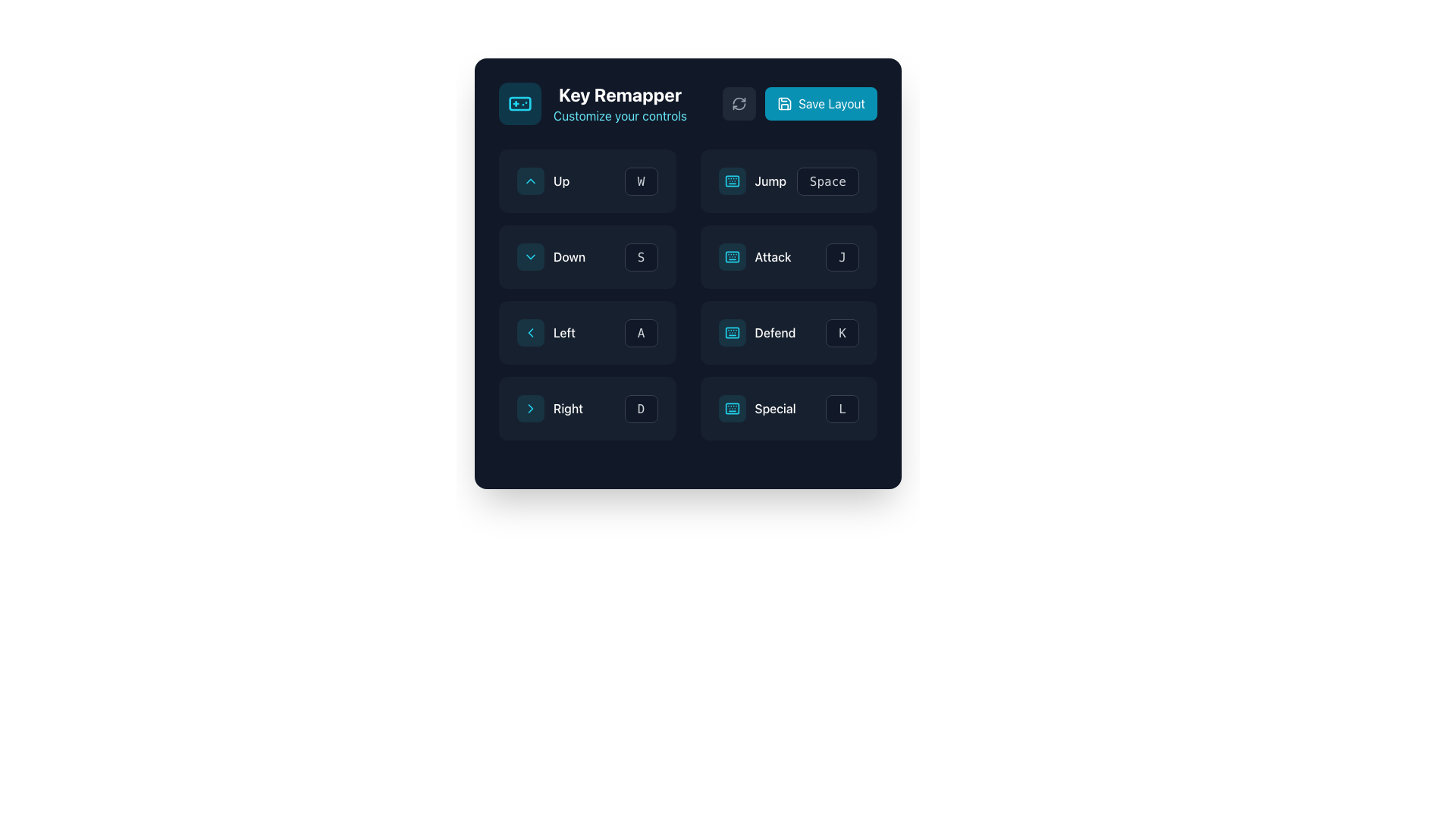 This screenshot has width=1456, height=819. Describe the element at coordinates (775, 408) in the screenshot. I see `the text label displaying 'Special' in white font, which is located in the bottom-right section of the key remapping interface, next to the label 'L' under the heading 'Right'` at that location.